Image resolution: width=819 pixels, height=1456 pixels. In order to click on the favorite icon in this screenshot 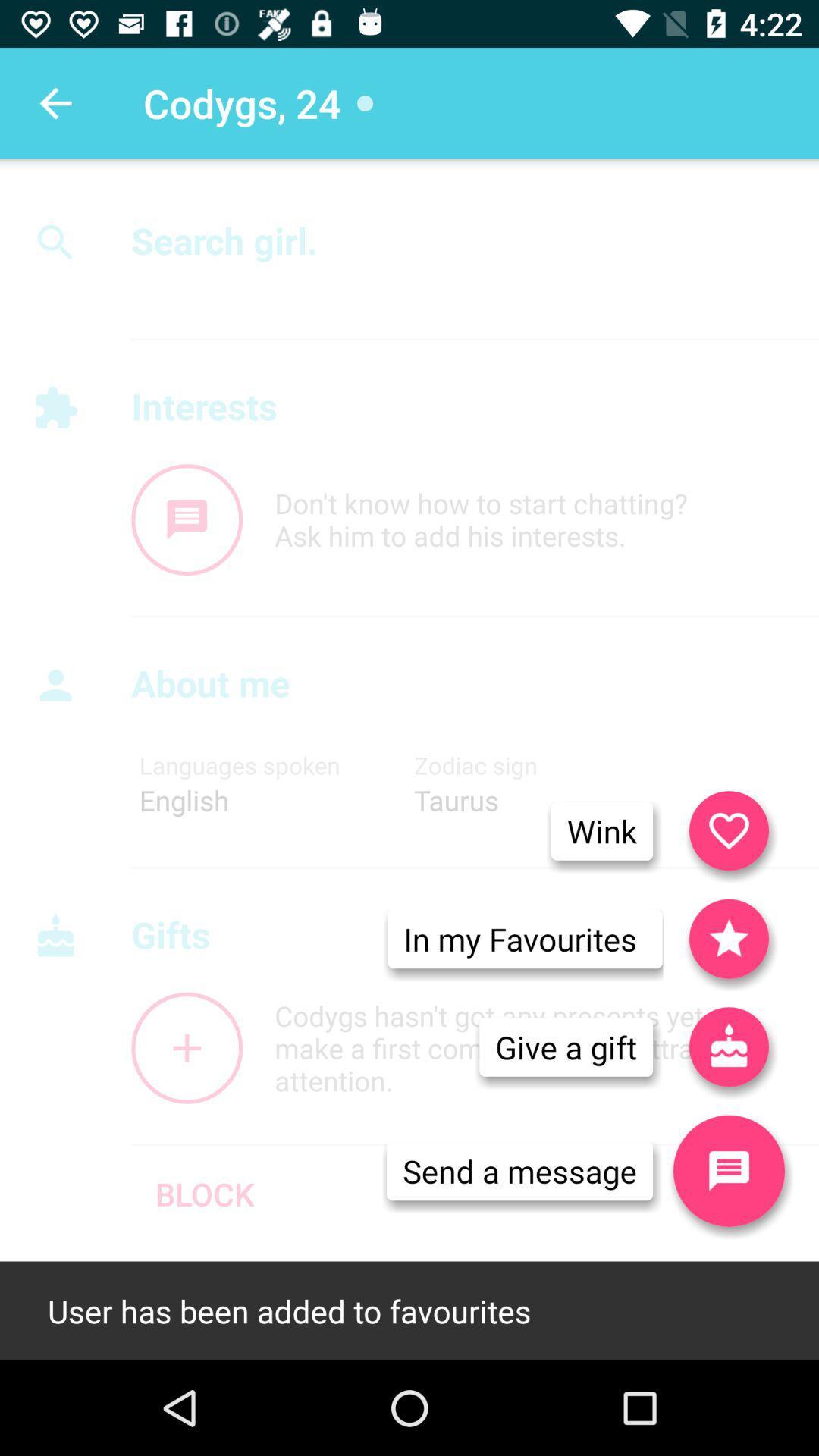, I will do `click(728, 830)`.